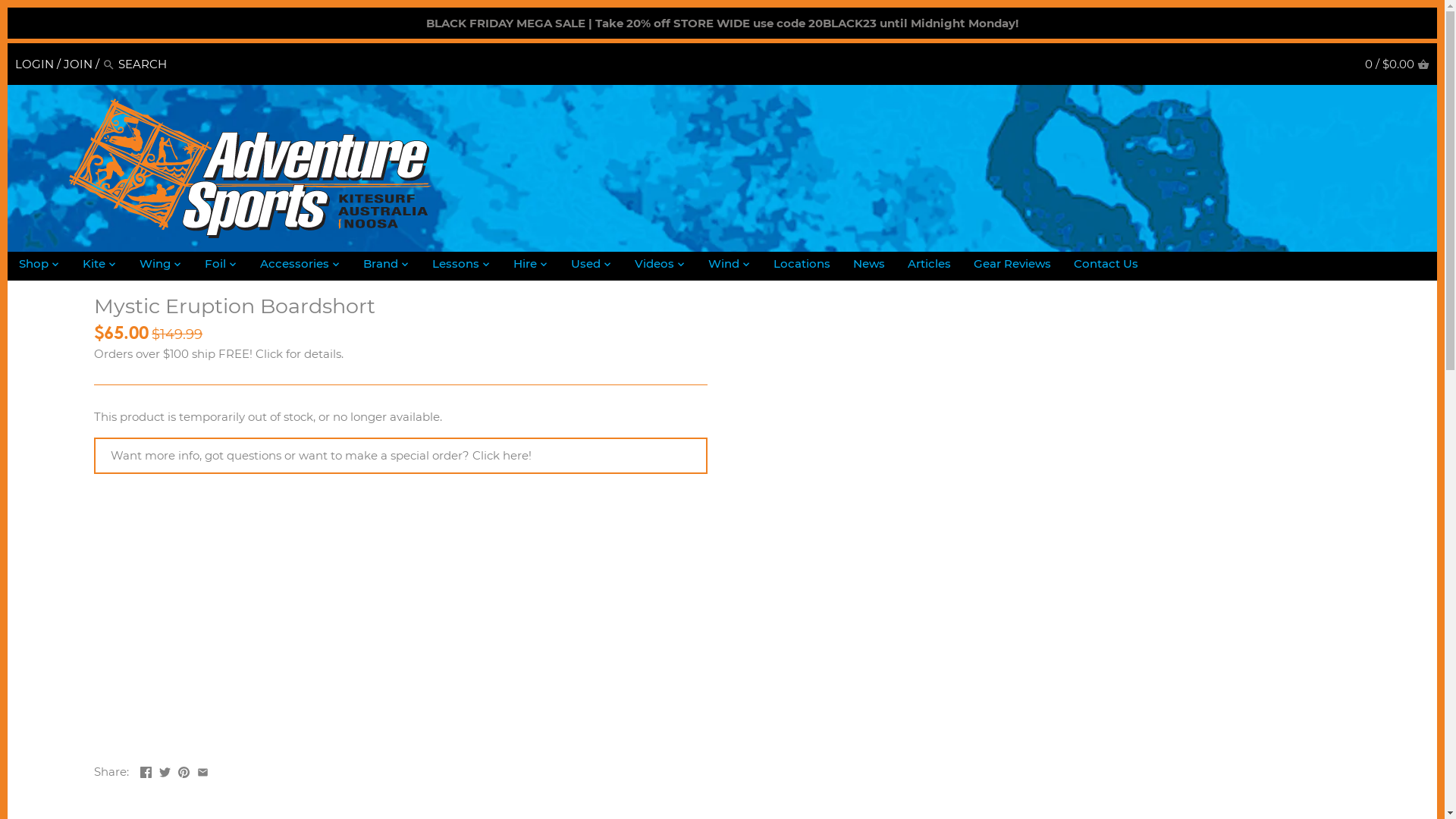 The height and width of the screenshot is (819, 1456). I want to click on 'Twitter', so click(165, 770).